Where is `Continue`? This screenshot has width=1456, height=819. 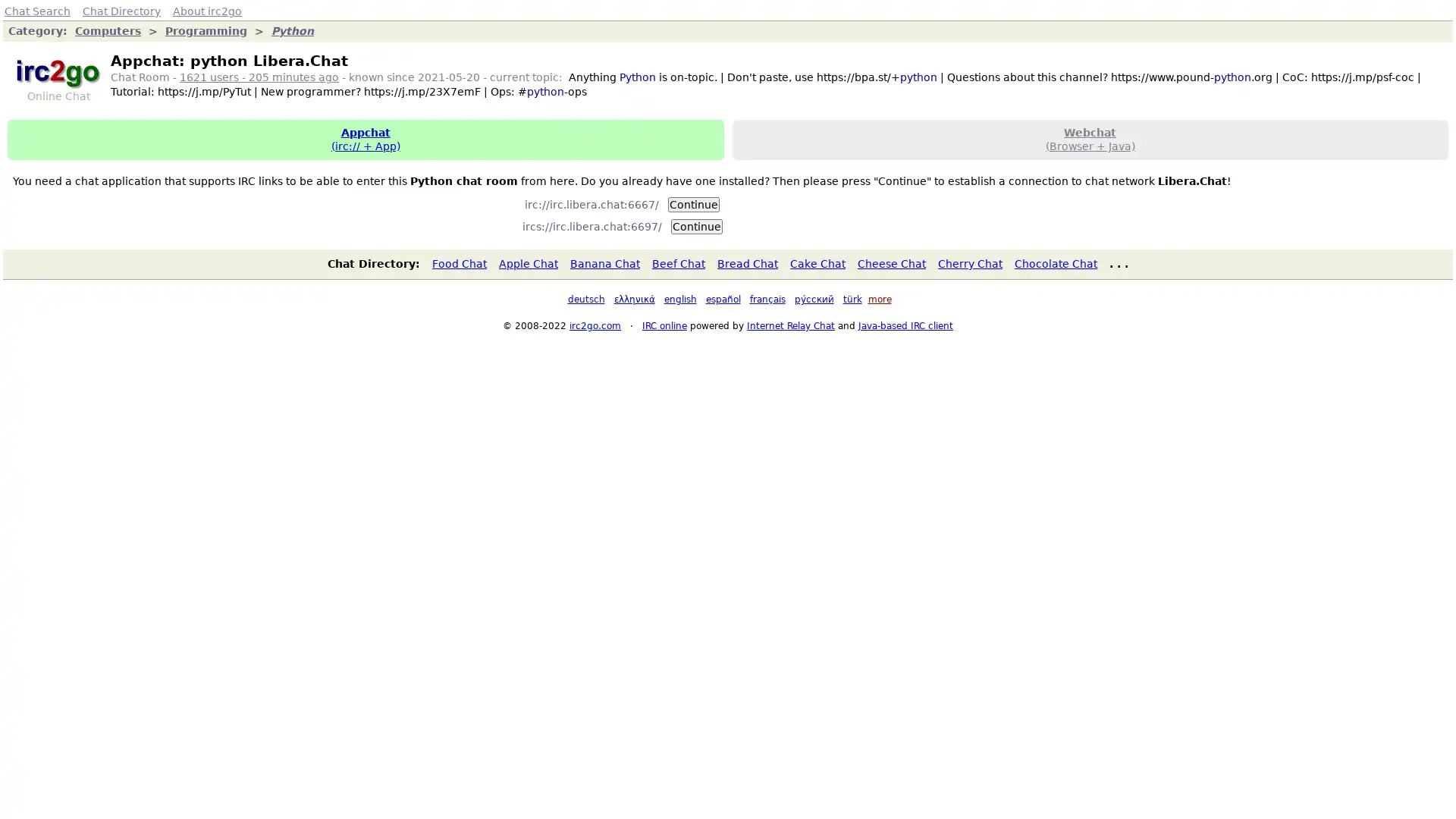 Continue is located at coordinates (695, 225).